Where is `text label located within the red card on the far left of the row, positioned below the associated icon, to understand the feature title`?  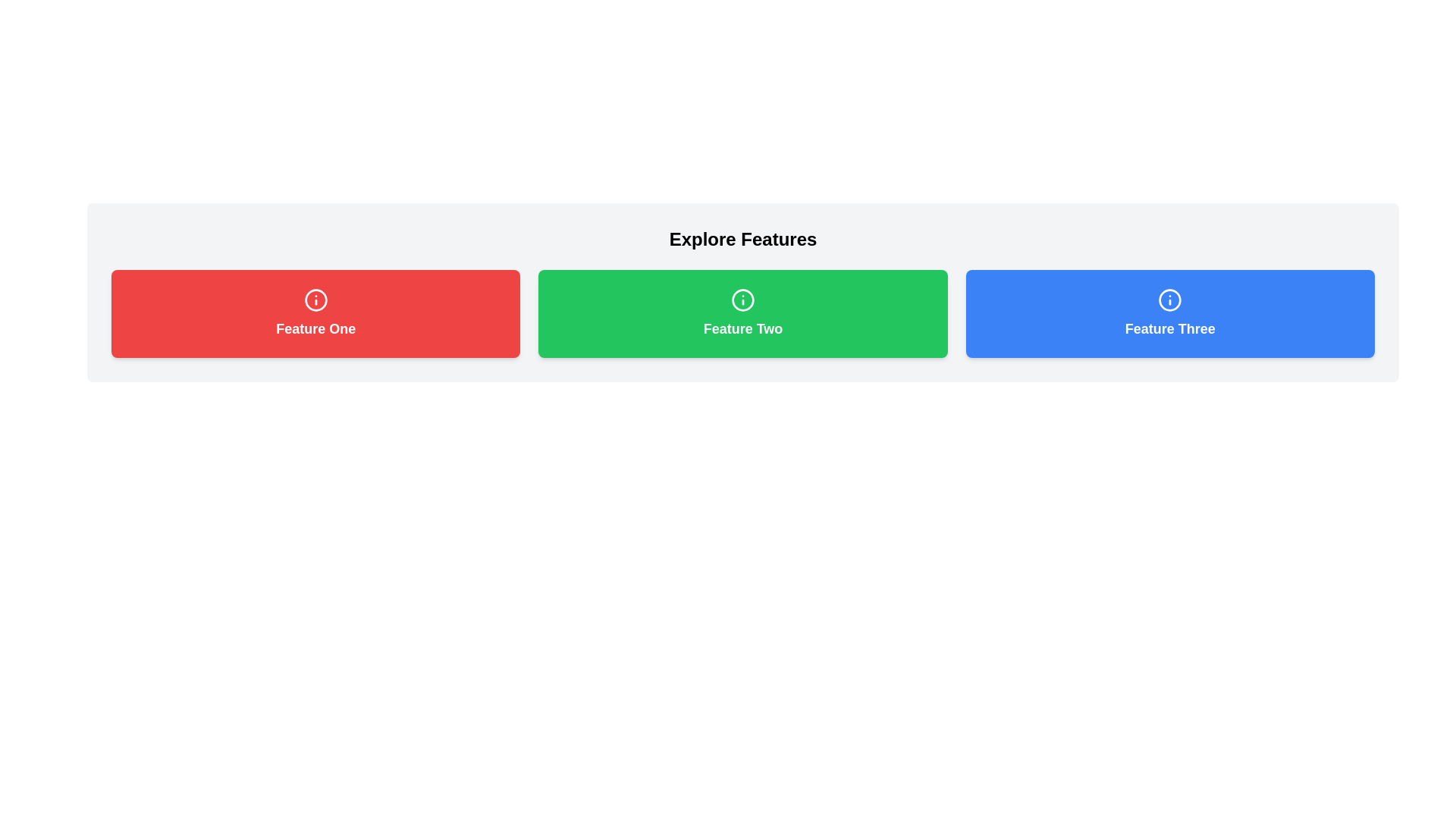 text label located within the red card on the far left of the row, positioned below the associated icon, to understand the feature title is located at coordinates (315, 328).